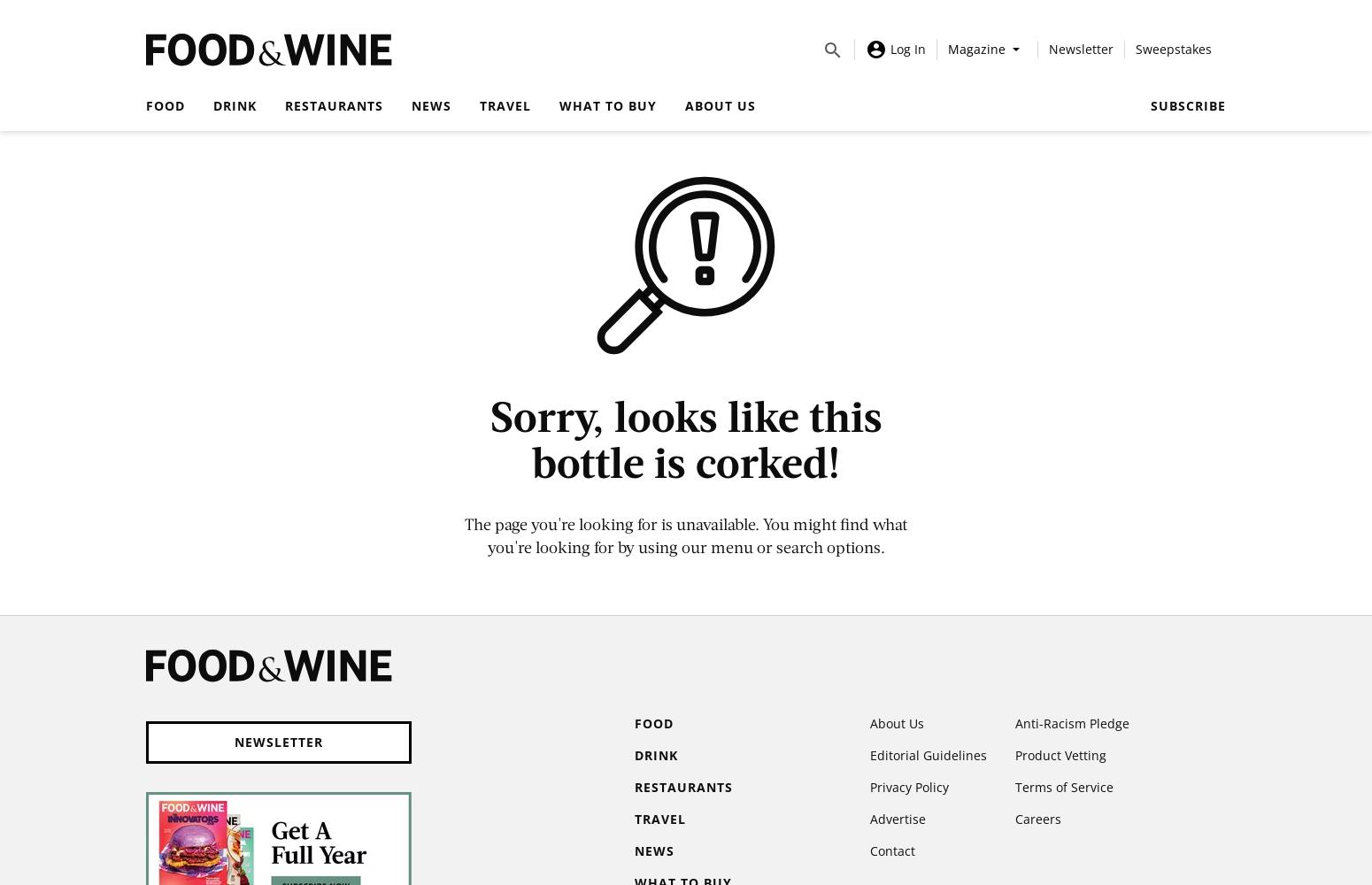 This screenshot has width=1372, height=885. Describe the element at coordinates (975, 48) in the screenshot. I see `'Magazine'` at that location.